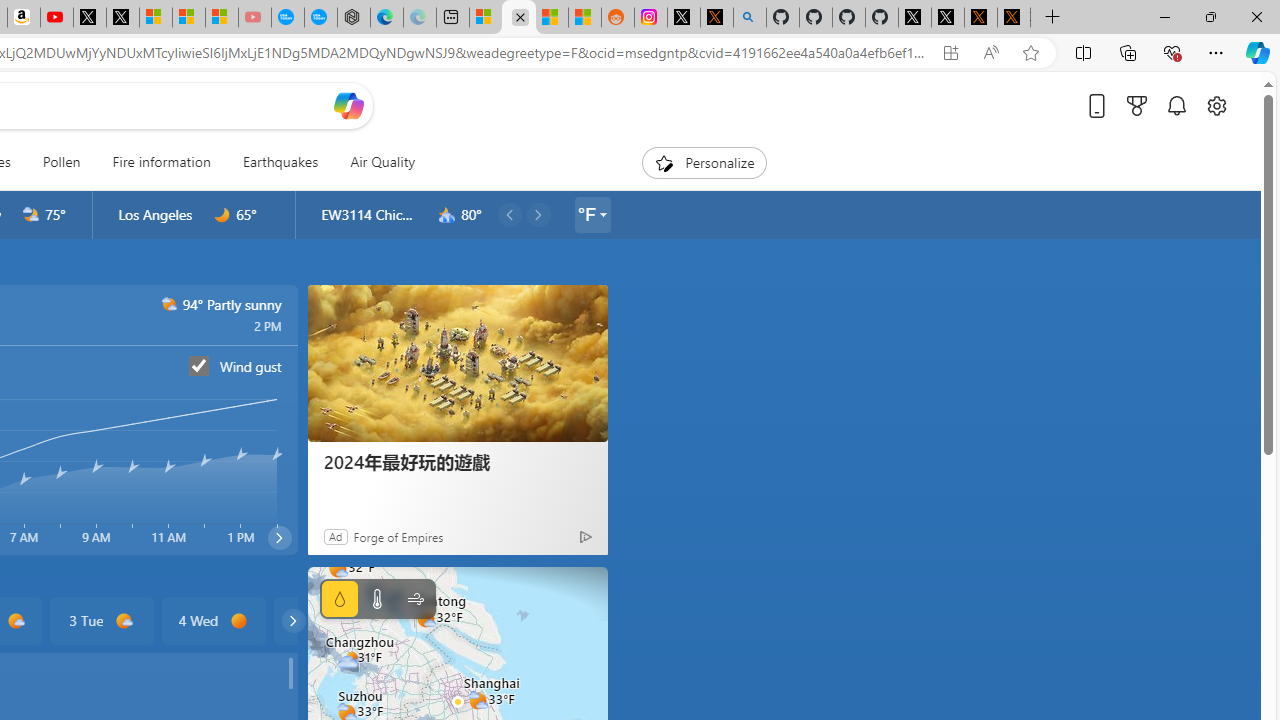  Describe the element at coordinates (1014, 17) in the screenshot. I see `'X Privacy Policy'` at that location.